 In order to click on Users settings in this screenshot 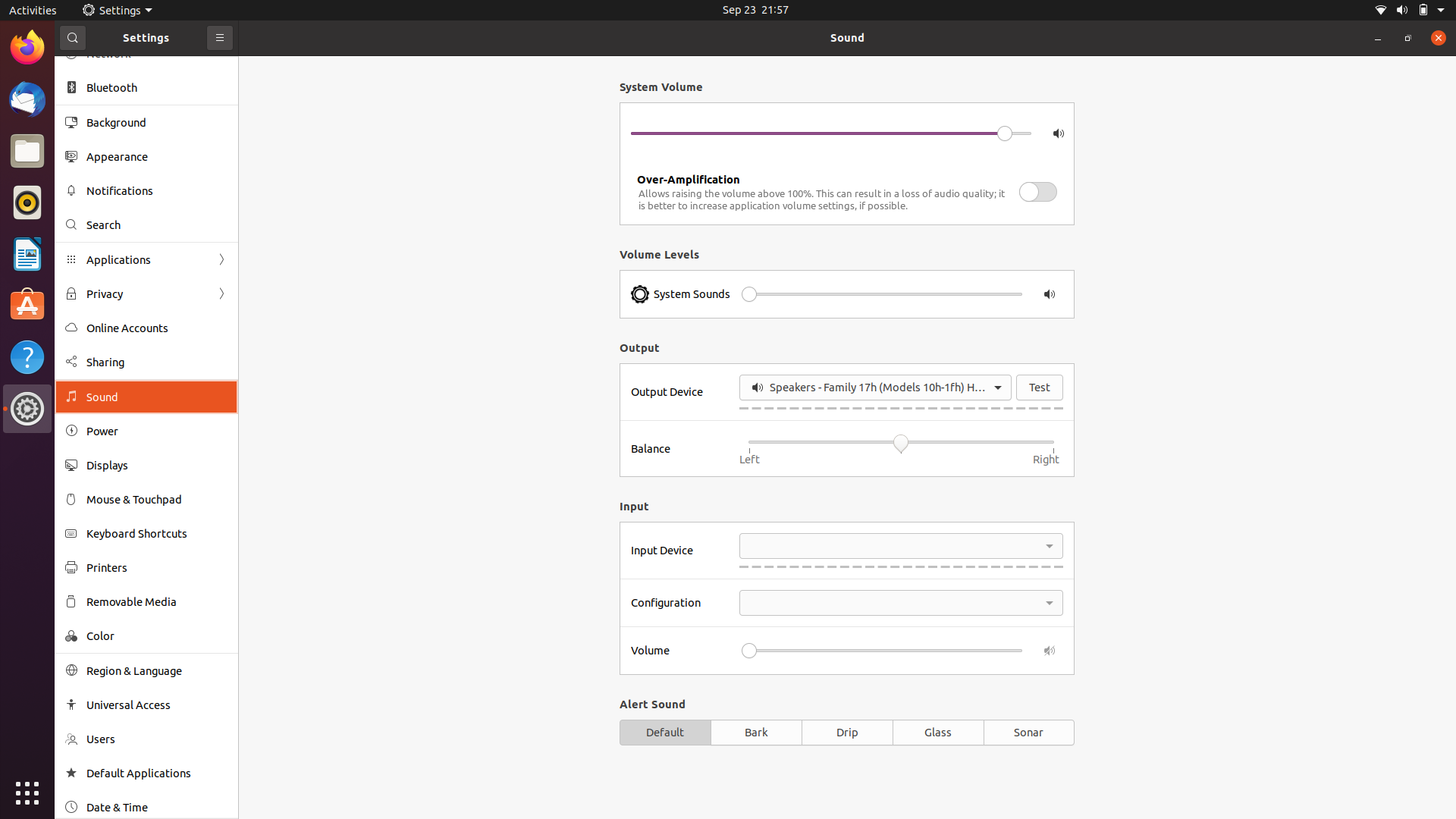, I will do `click(146, 740)`.